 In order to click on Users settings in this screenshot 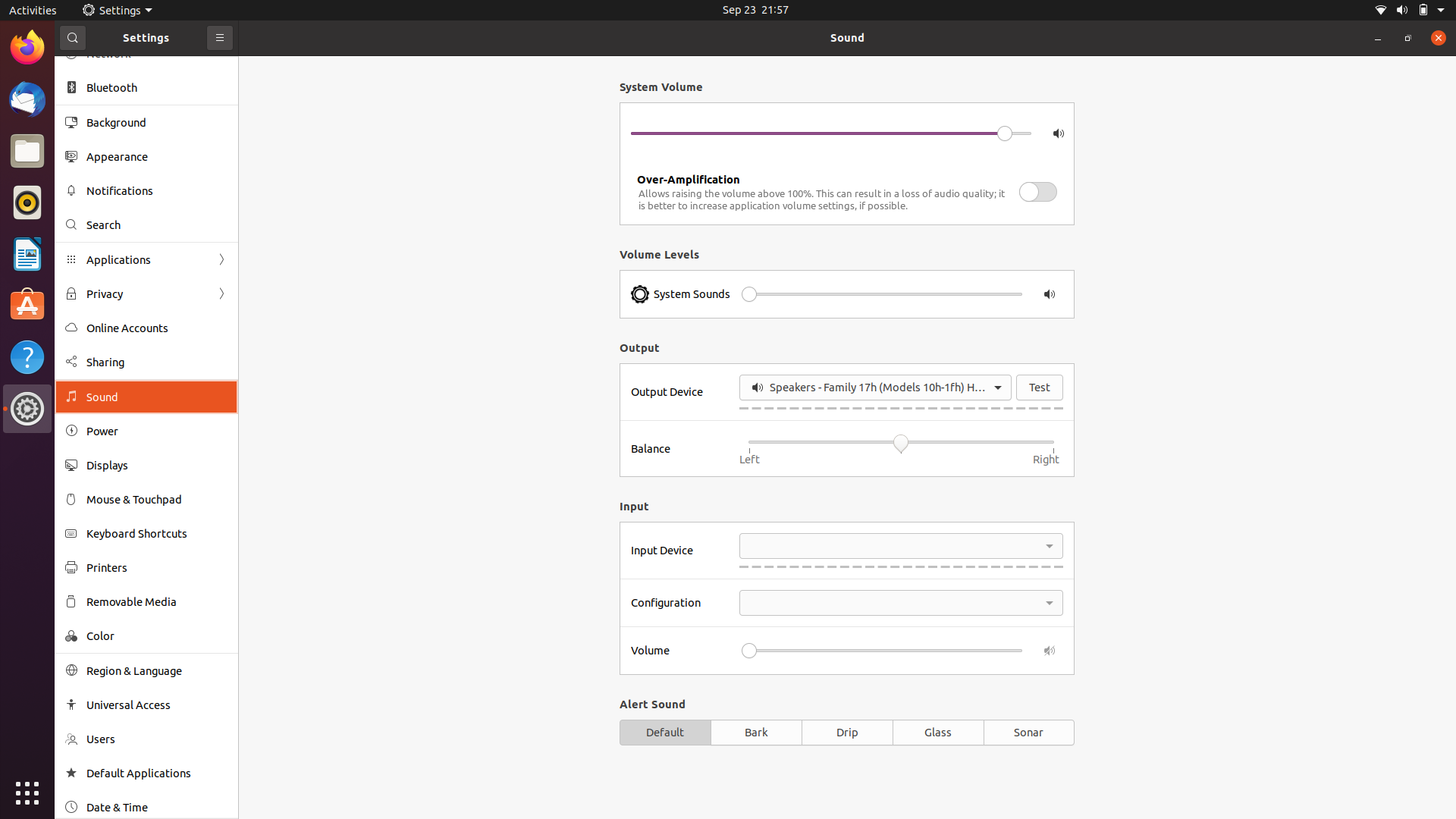, I will do `click(146, 740)`.